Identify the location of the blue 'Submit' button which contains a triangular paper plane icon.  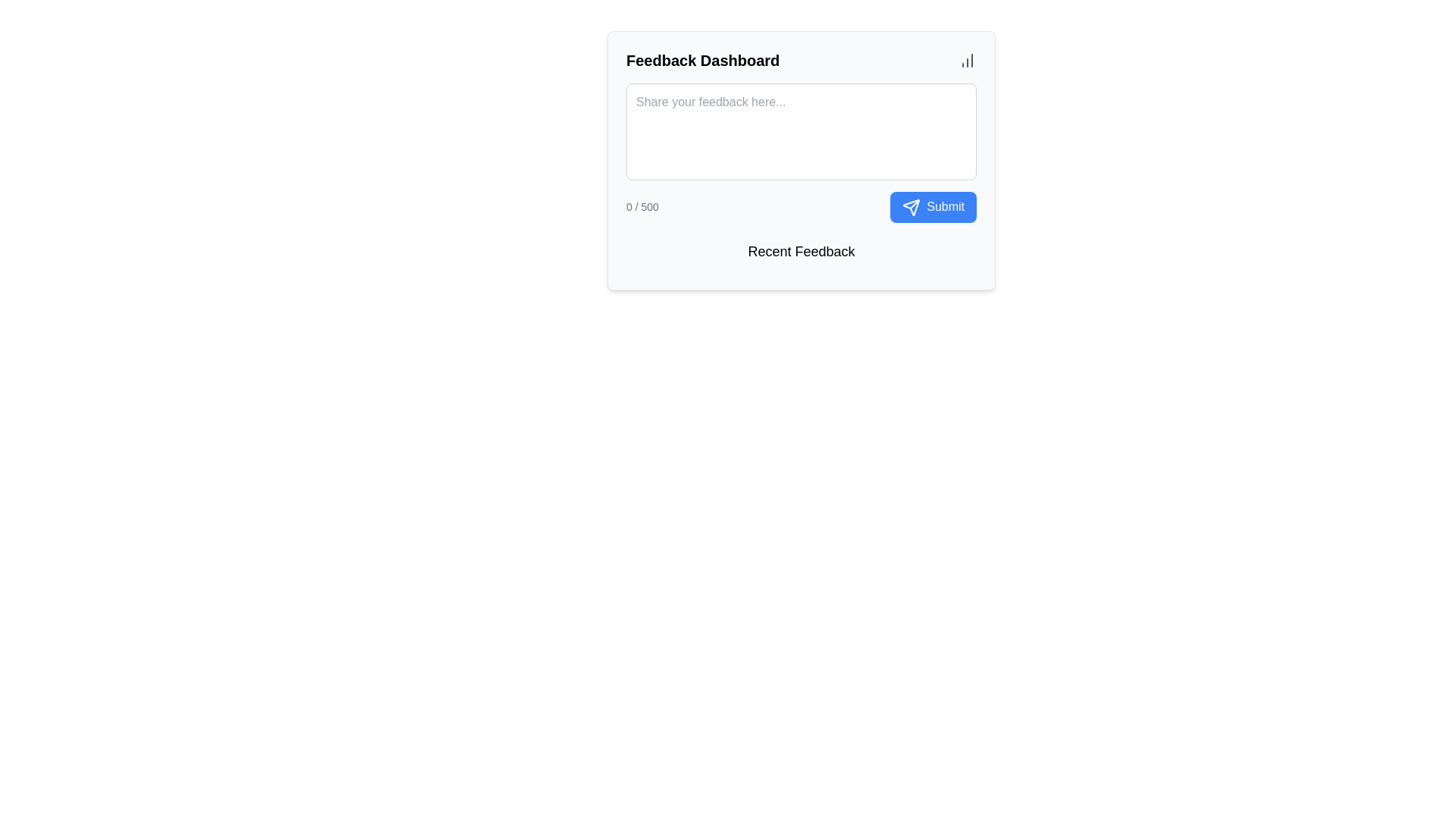
(911, 207).